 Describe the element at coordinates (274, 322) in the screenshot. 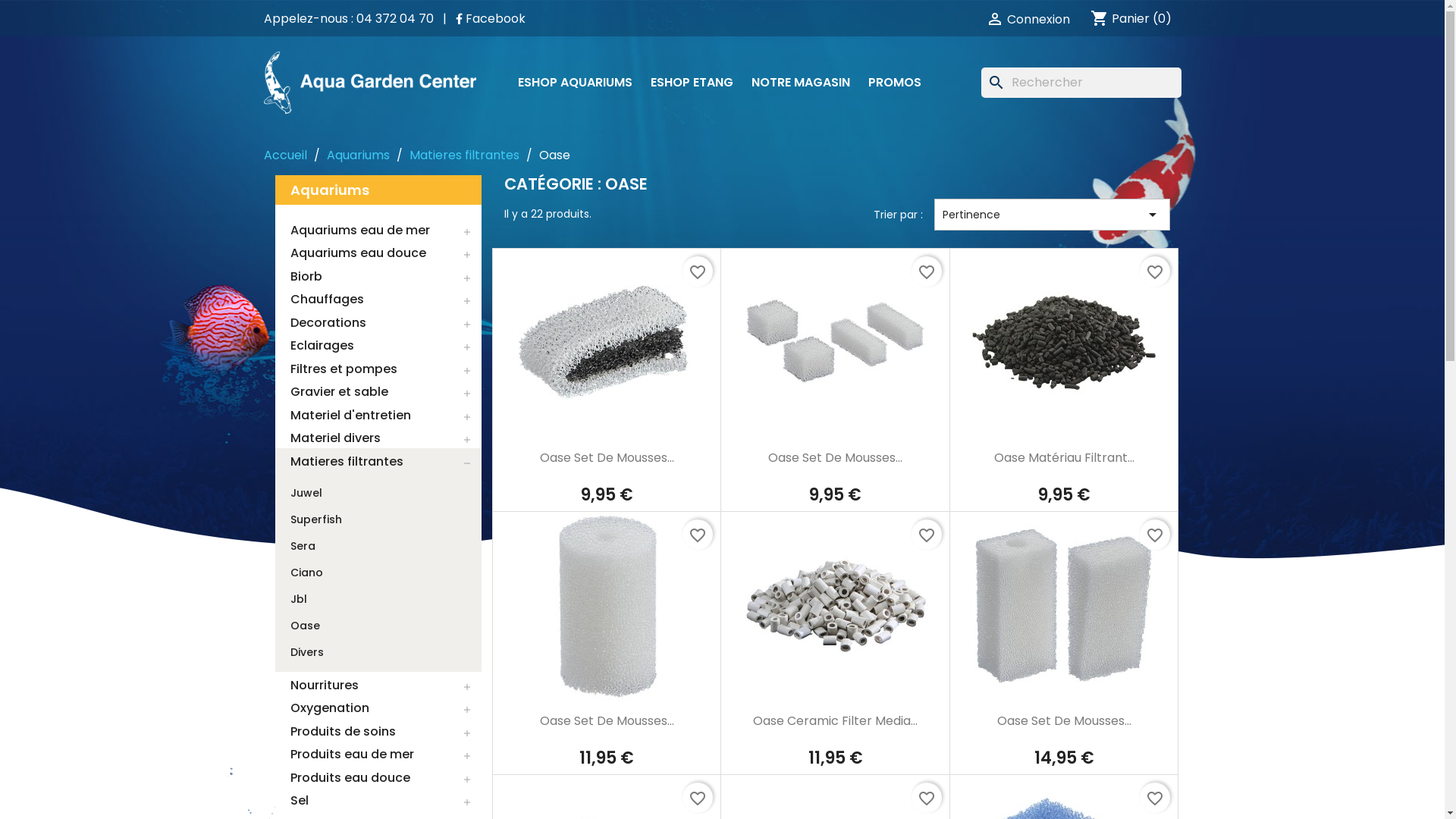

I see `'Decorations'` at that location.